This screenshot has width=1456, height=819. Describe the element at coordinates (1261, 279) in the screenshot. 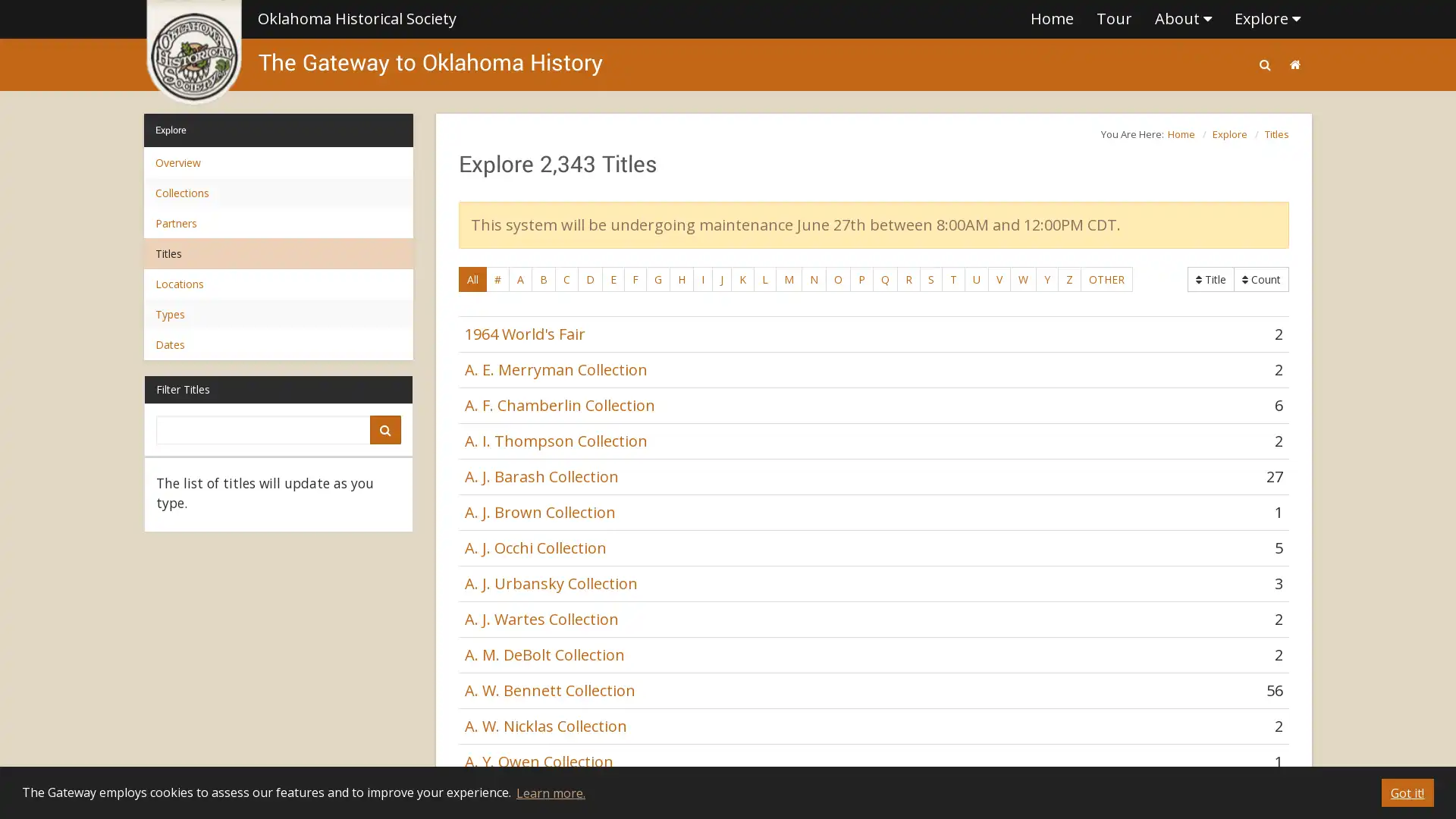

I see `Toggle sorting of titles alphabetically by title` at that location.